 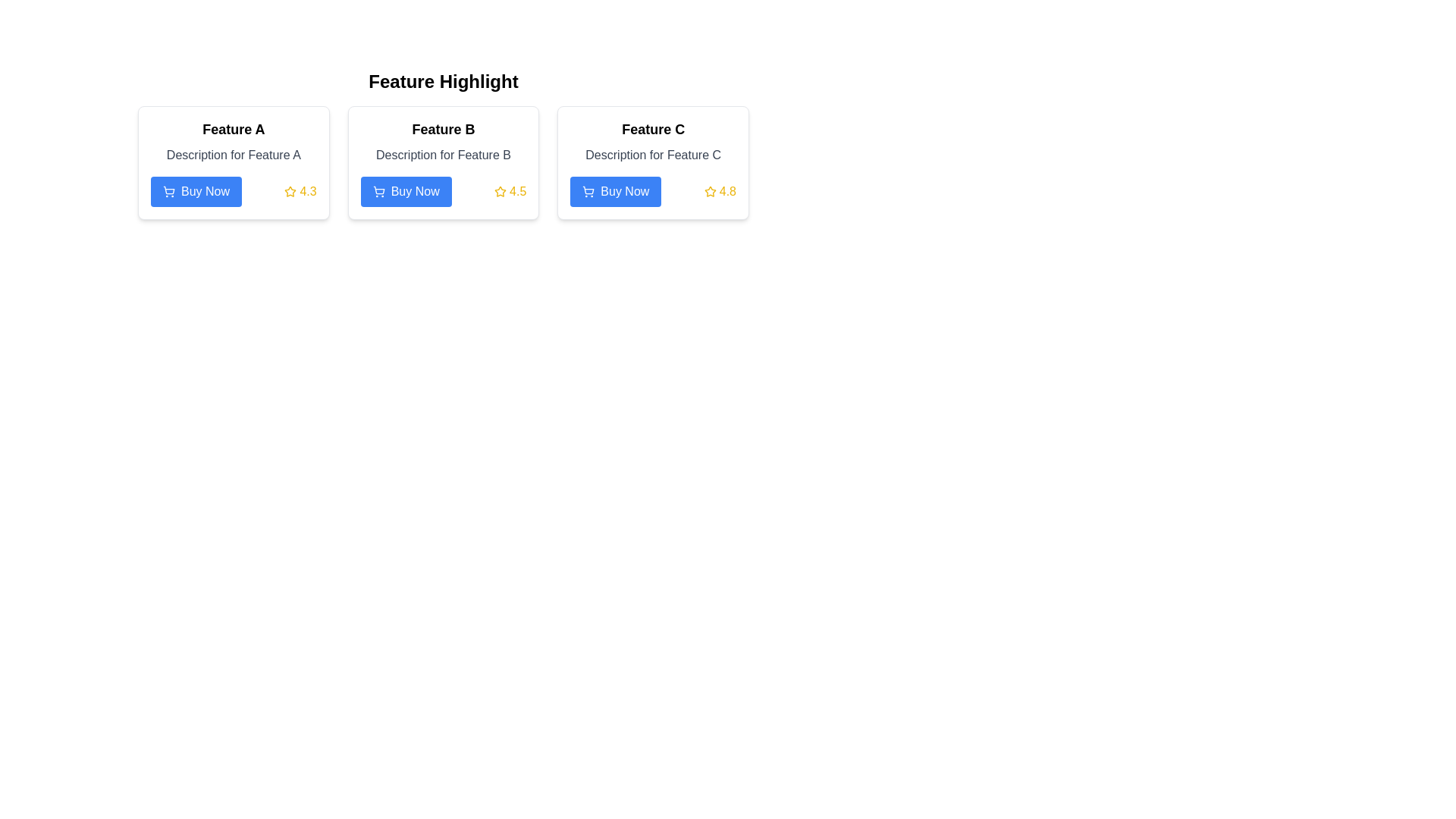 What do you see at coordinates (168, 191) in the screenshot?
I see `the shopping cart icon, which is styled in white against a blue background and is positioned to the left of the 'Buy Now' button within the 'Feature A' card` at bounding box center [168, 191].